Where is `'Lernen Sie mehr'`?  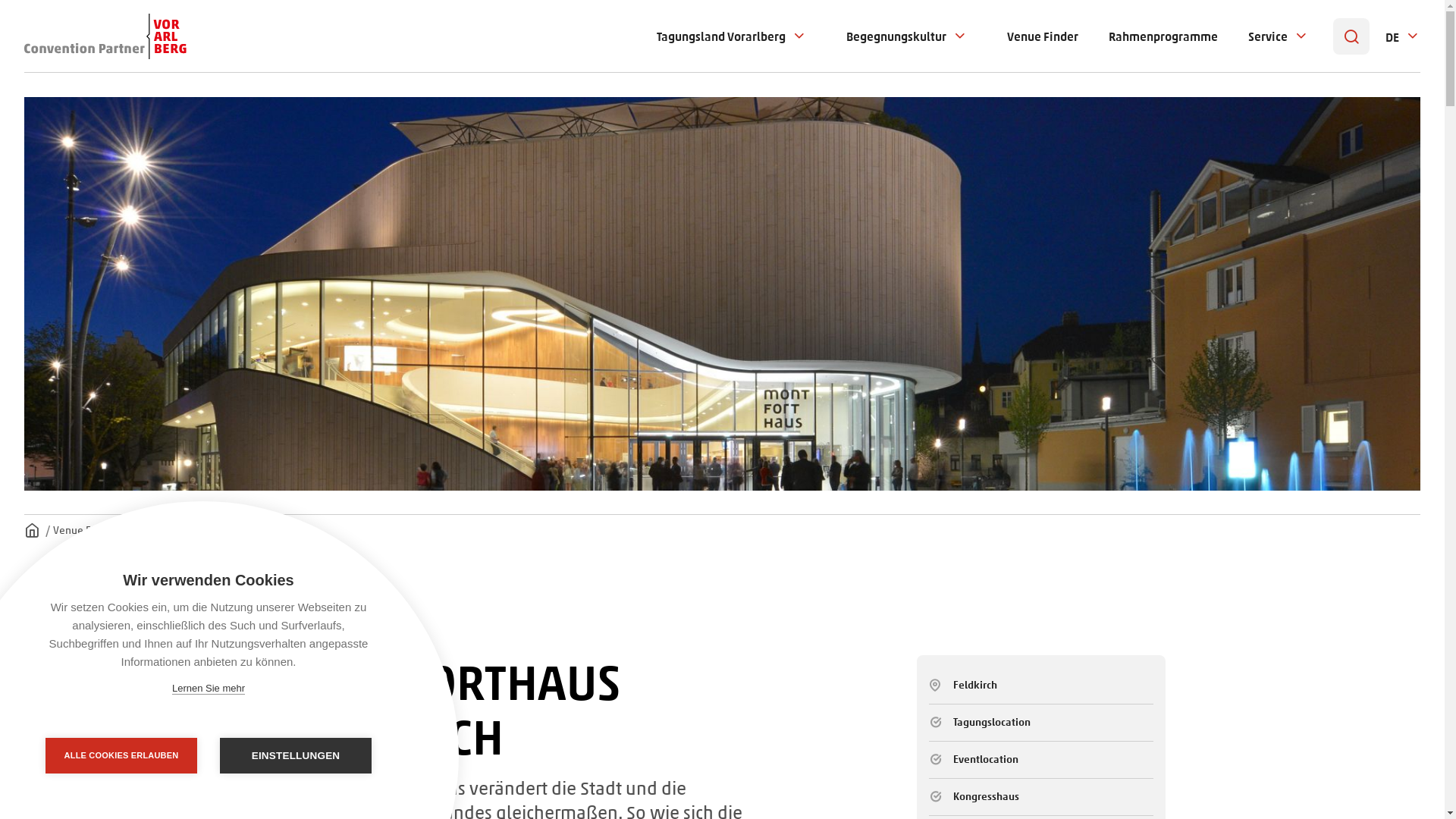
'Lernen Sie mehr' is located at coordinates (207, 688).